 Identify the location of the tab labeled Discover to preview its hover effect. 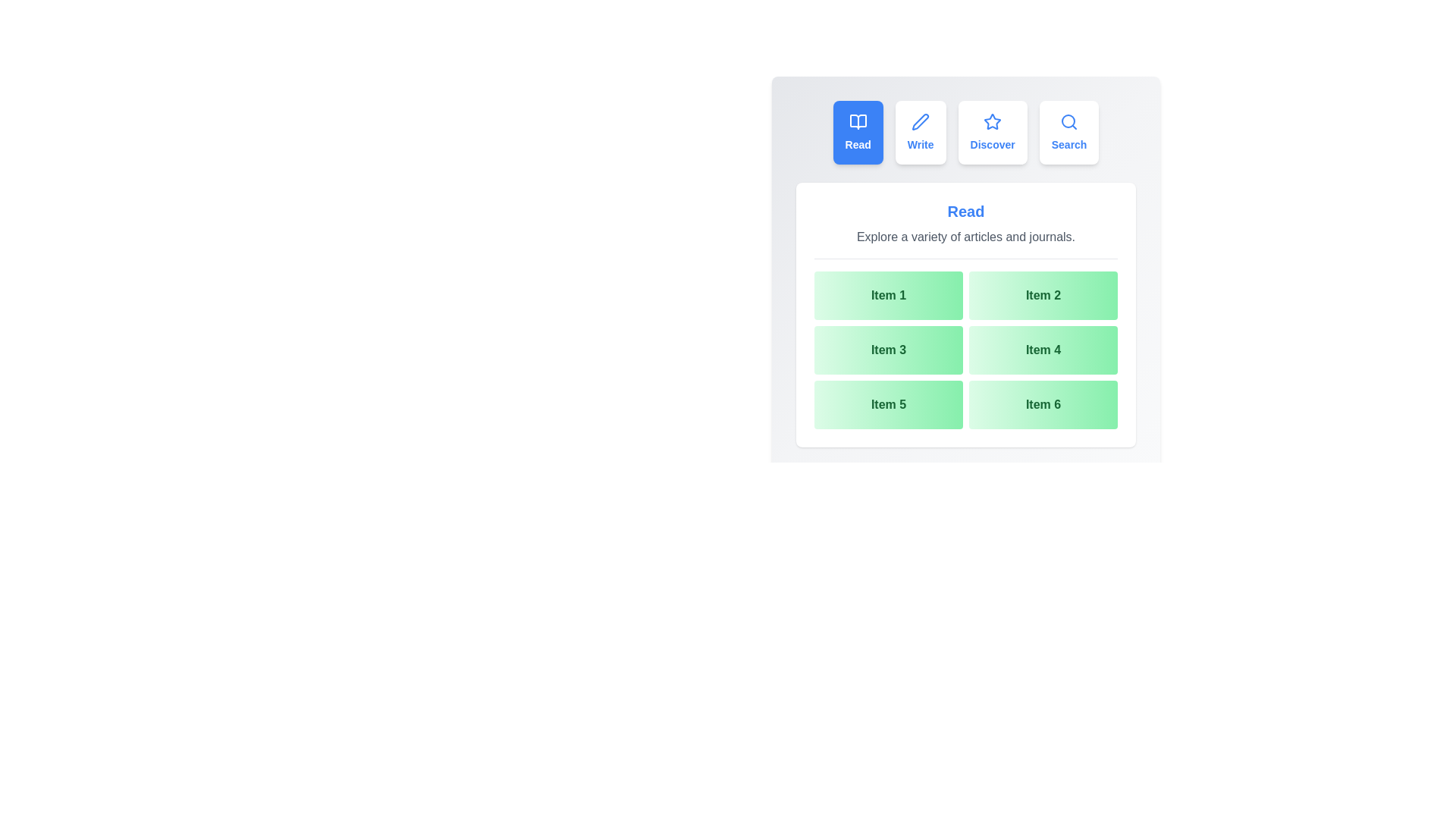
(993, 131).